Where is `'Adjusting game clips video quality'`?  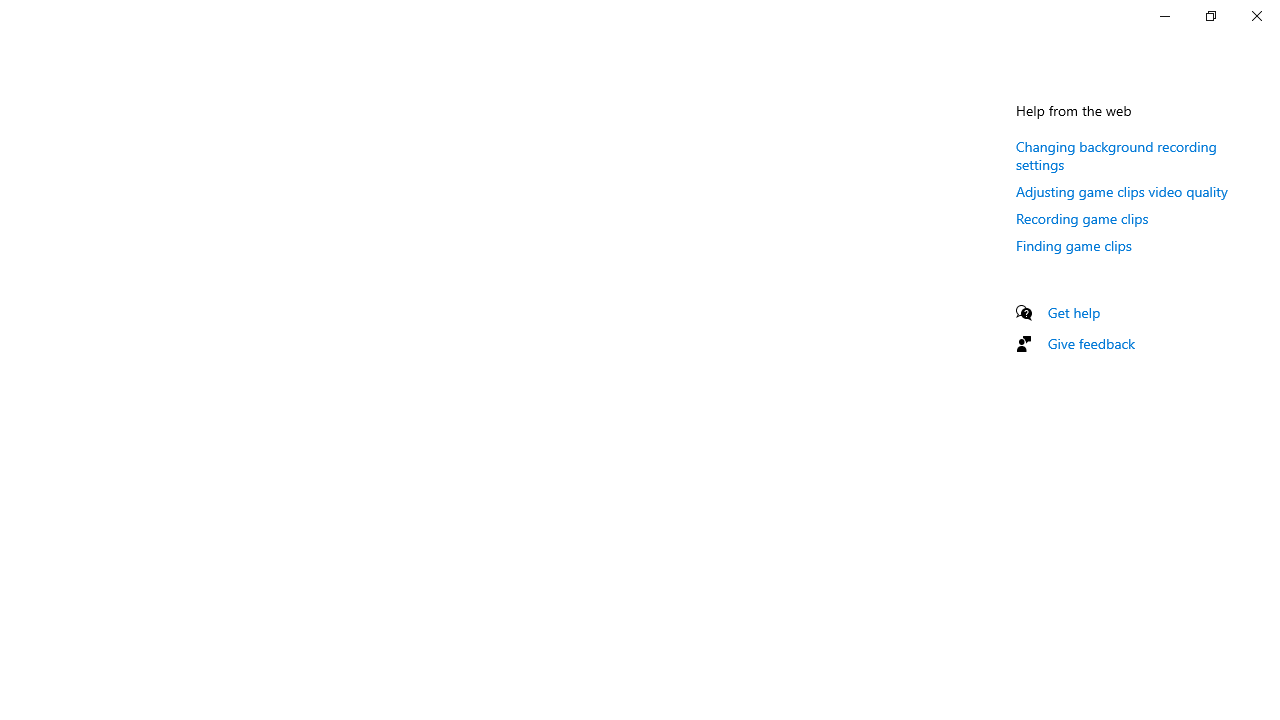
'Adjusting game clips video quality' is located at coordinates (1121, 191).